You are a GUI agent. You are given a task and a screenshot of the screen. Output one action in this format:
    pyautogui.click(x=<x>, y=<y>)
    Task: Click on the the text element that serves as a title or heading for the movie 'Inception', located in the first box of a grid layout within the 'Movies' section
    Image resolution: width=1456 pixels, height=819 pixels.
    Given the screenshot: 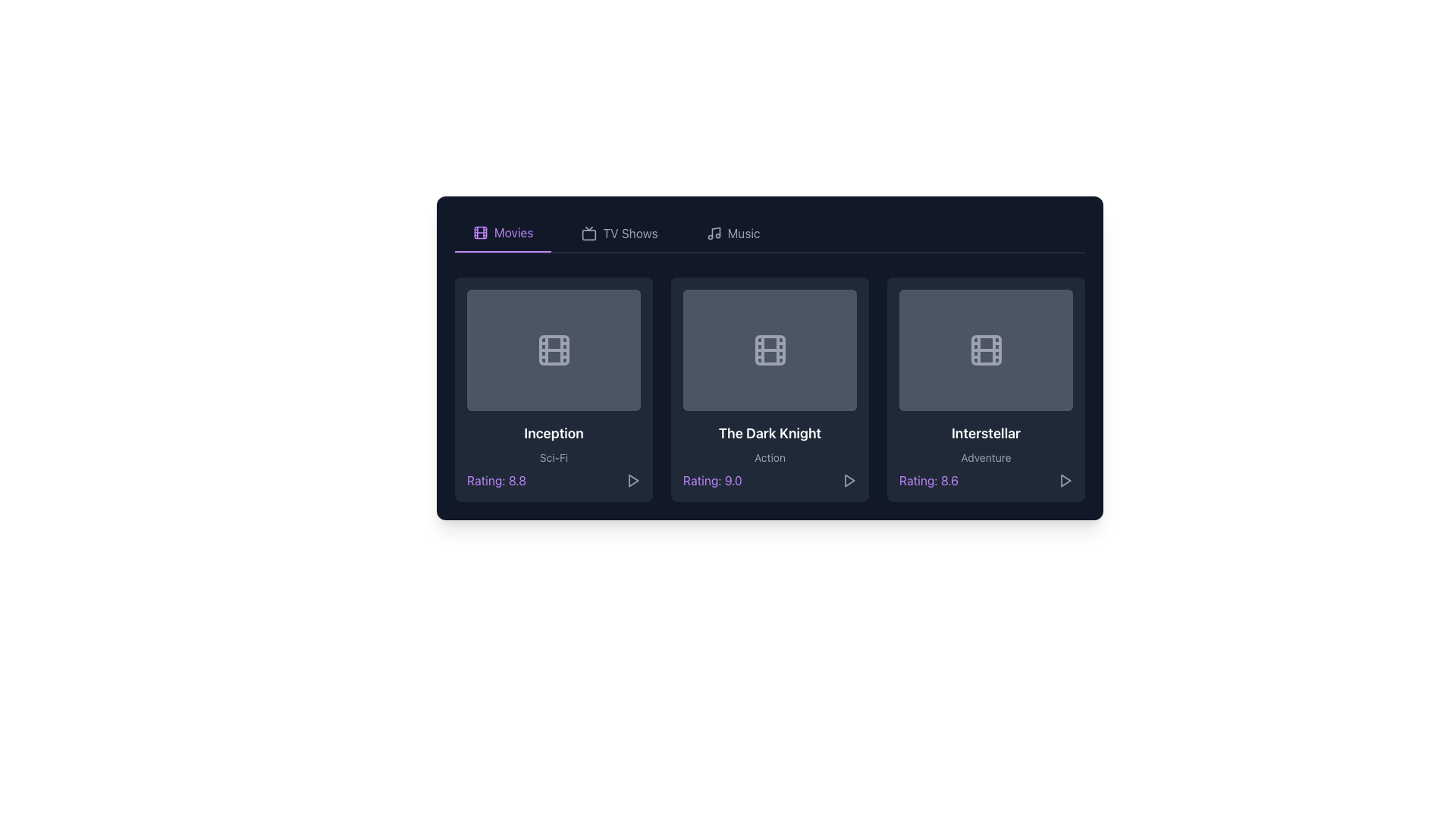 What is the action you would take?
    pyautogui.click(x=553, y=433)
    